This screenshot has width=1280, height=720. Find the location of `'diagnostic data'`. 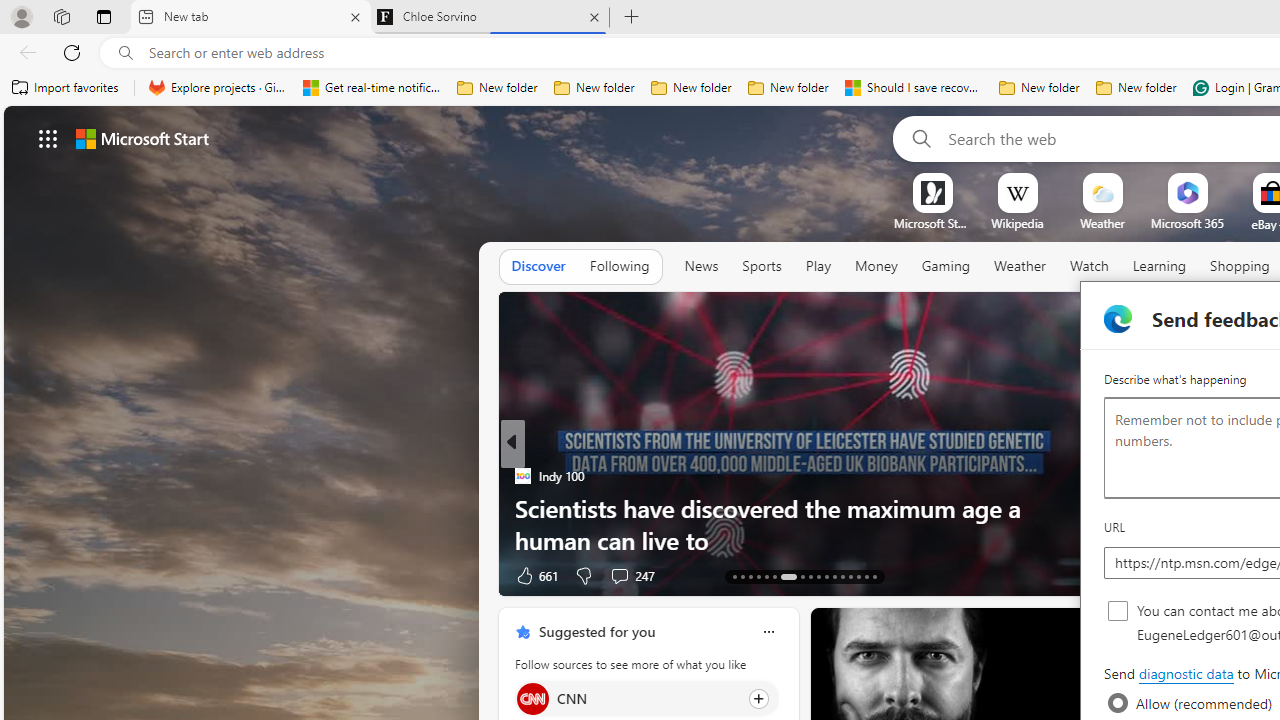

'diagnostic data' is located at coordinates (1185, 674).